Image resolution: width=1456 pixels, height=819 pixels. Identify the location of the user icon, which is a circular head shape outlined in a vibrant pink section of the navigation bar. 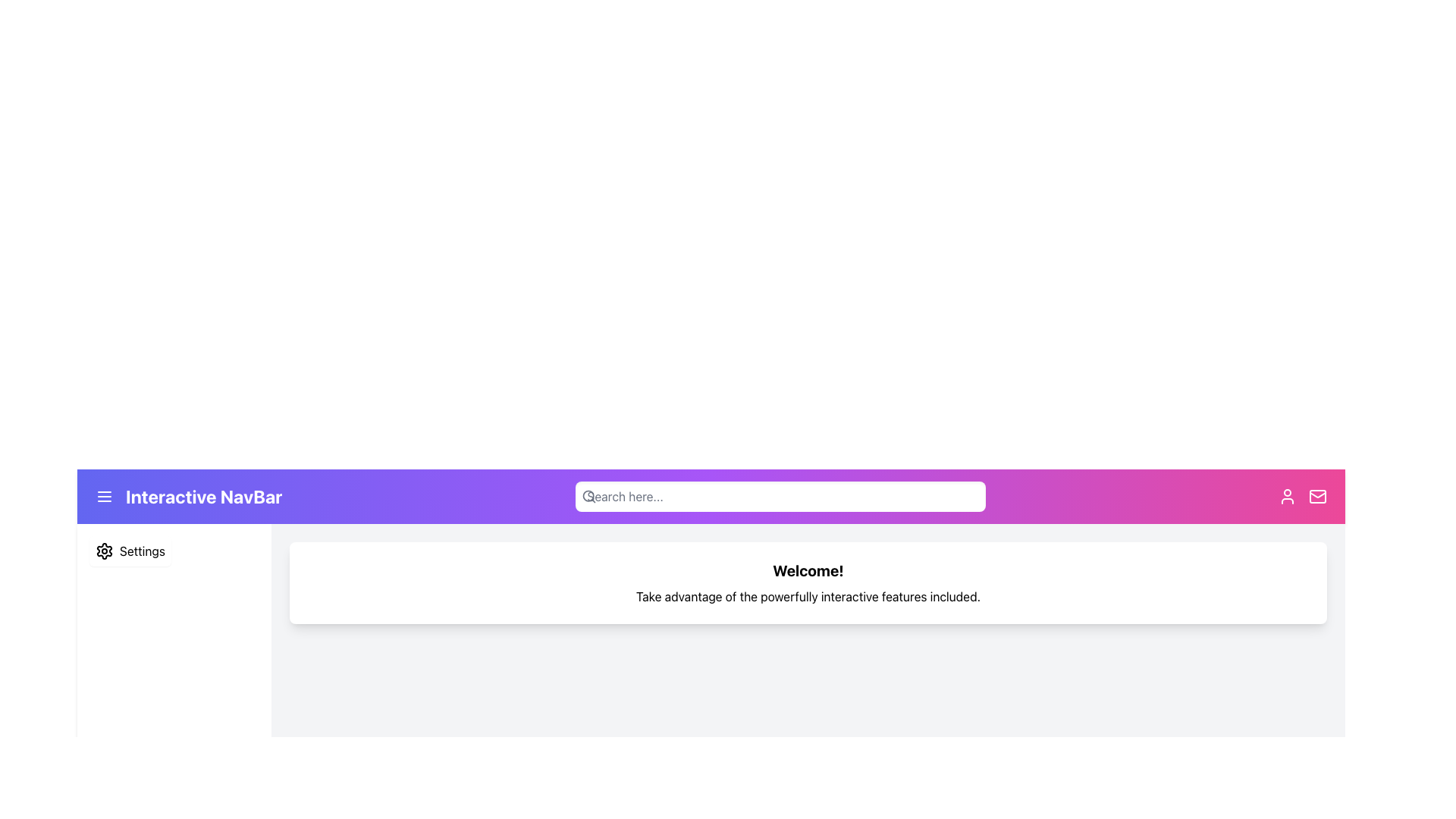
(1287, 497).